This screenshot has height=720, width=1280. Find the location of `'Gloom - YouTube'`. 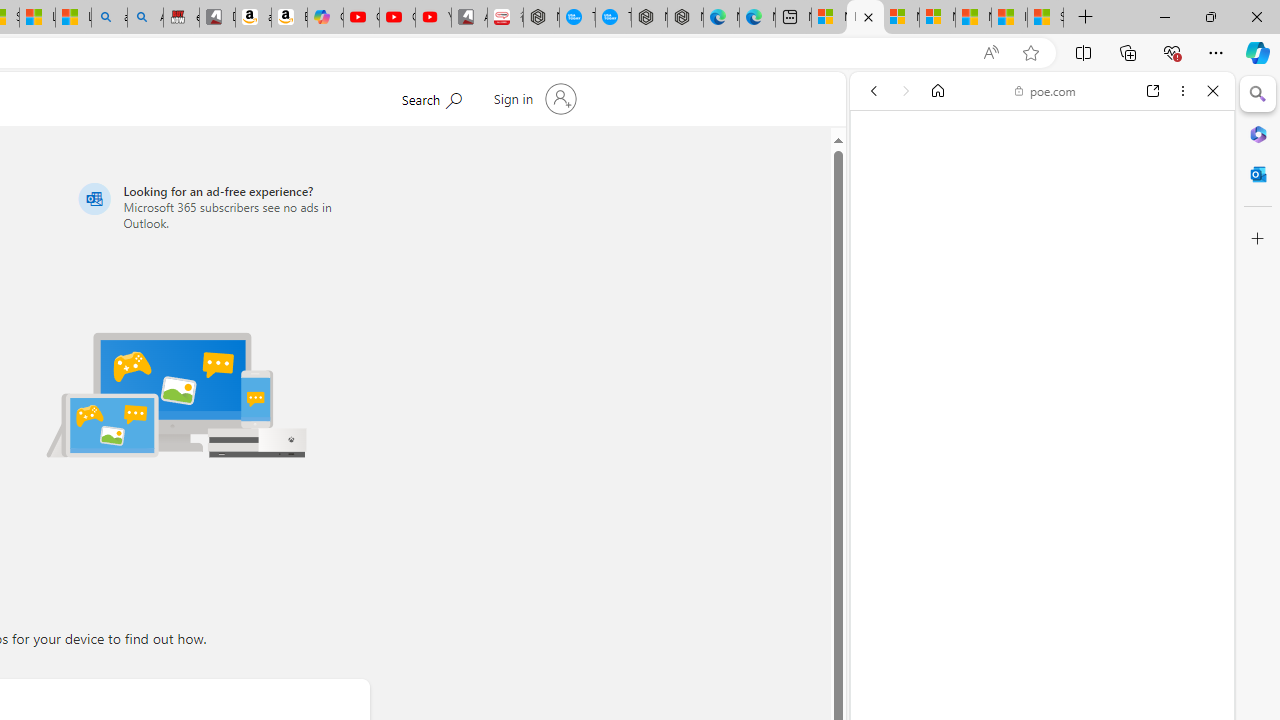

'Gloom - YouTube' is located at coordinates (397, 17).